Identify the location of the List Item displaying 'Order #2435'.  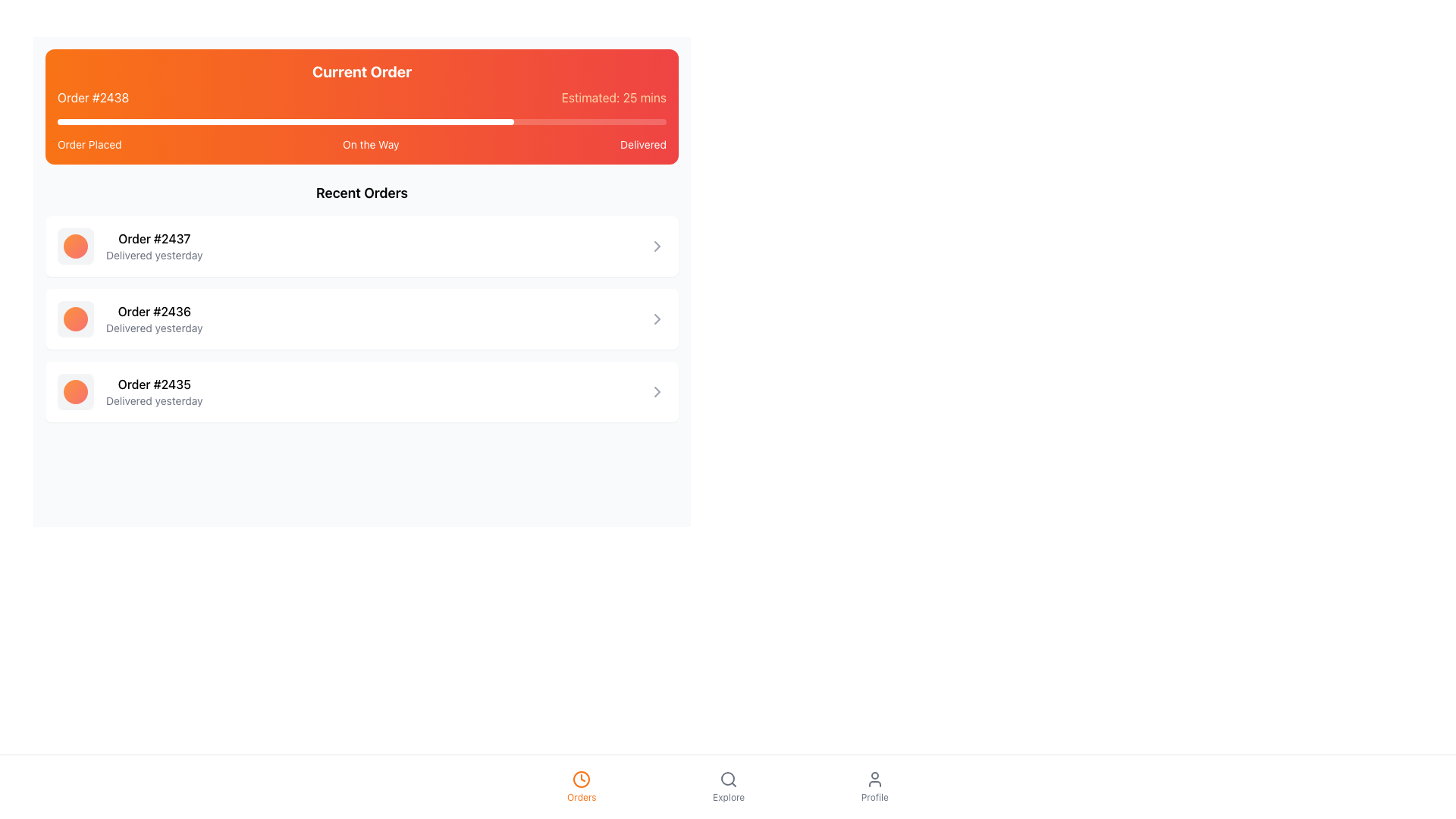
(130, 391).